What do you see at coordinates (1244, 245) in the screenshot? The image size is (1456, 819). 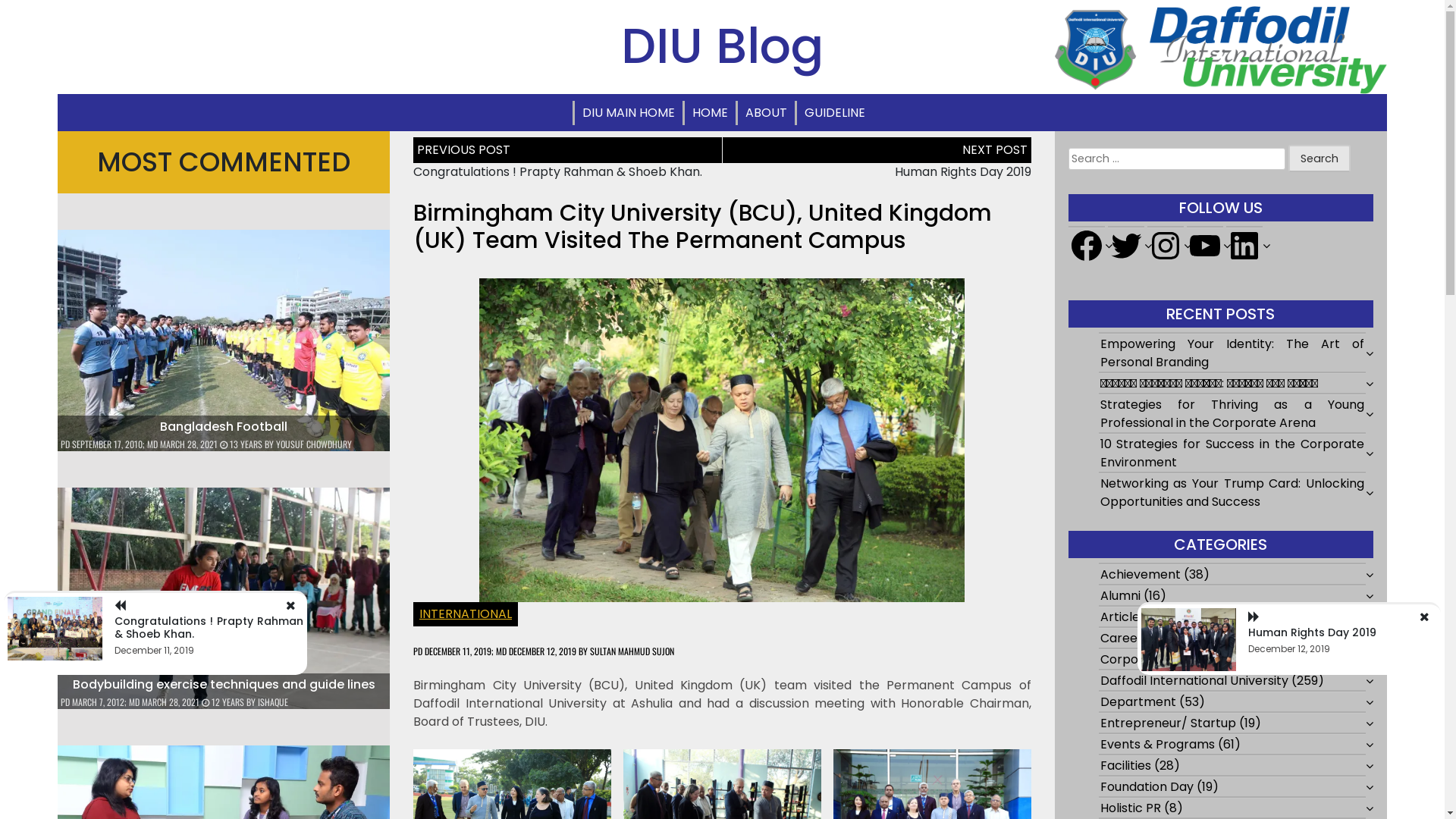 I see `'LinkedIn'` at bounding box center [1244, 245].